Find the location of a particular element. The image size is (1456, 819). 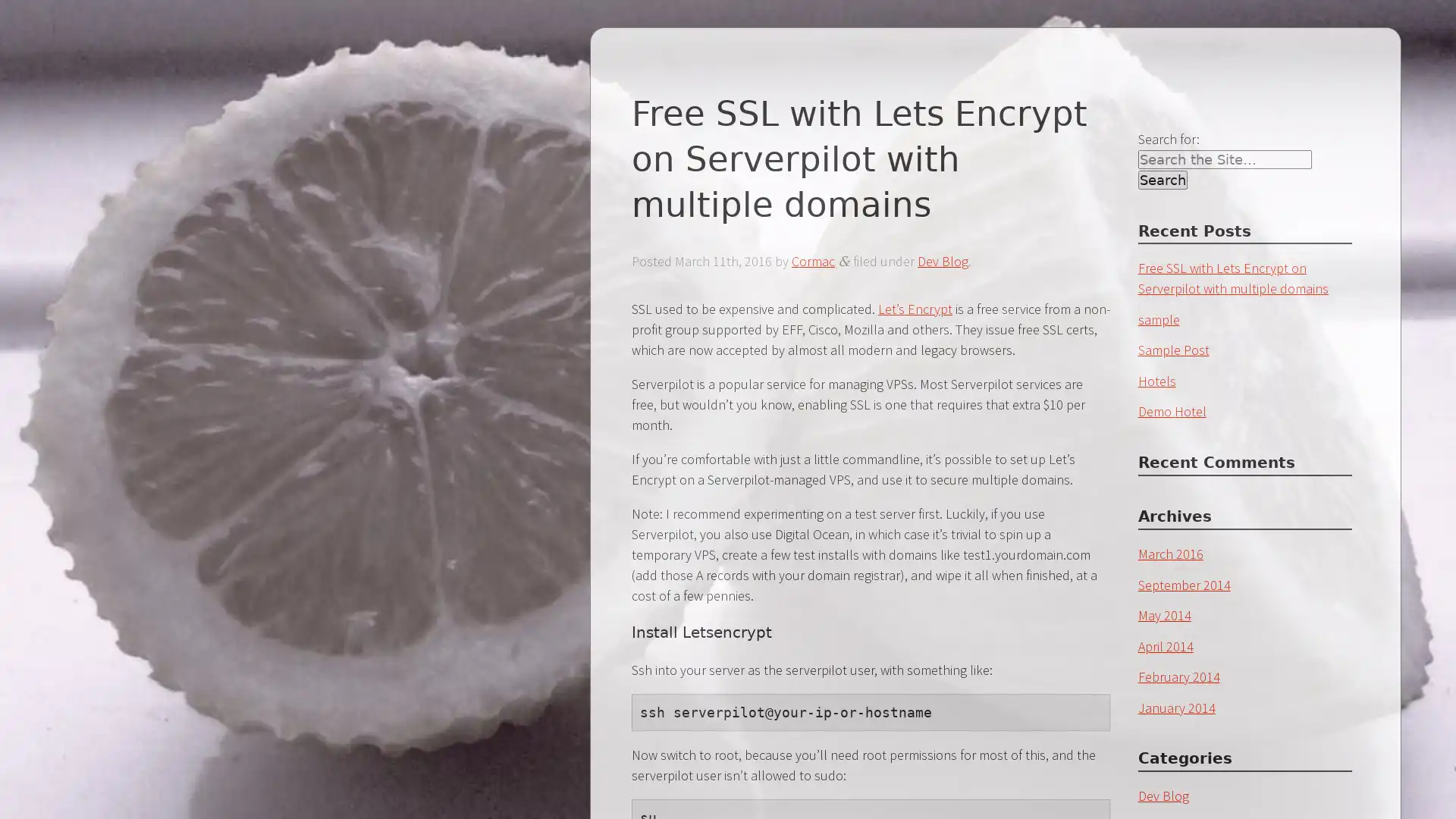

Search is located at coordinates (1161, 179).